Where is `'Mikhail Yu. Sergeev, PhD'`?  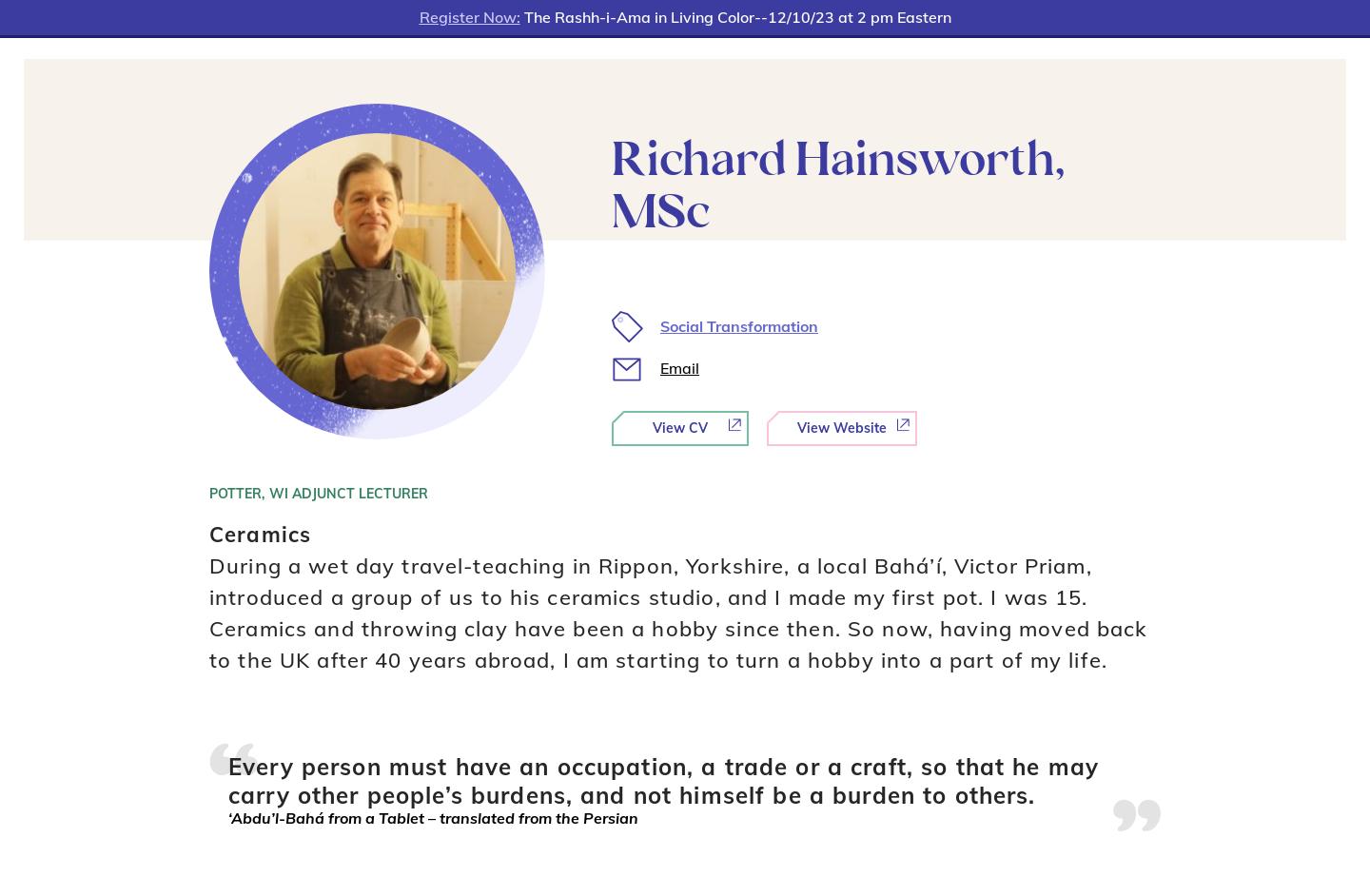
'Mikhail Yu. Sergeev, PhD' is located at coordinates (802, 774).